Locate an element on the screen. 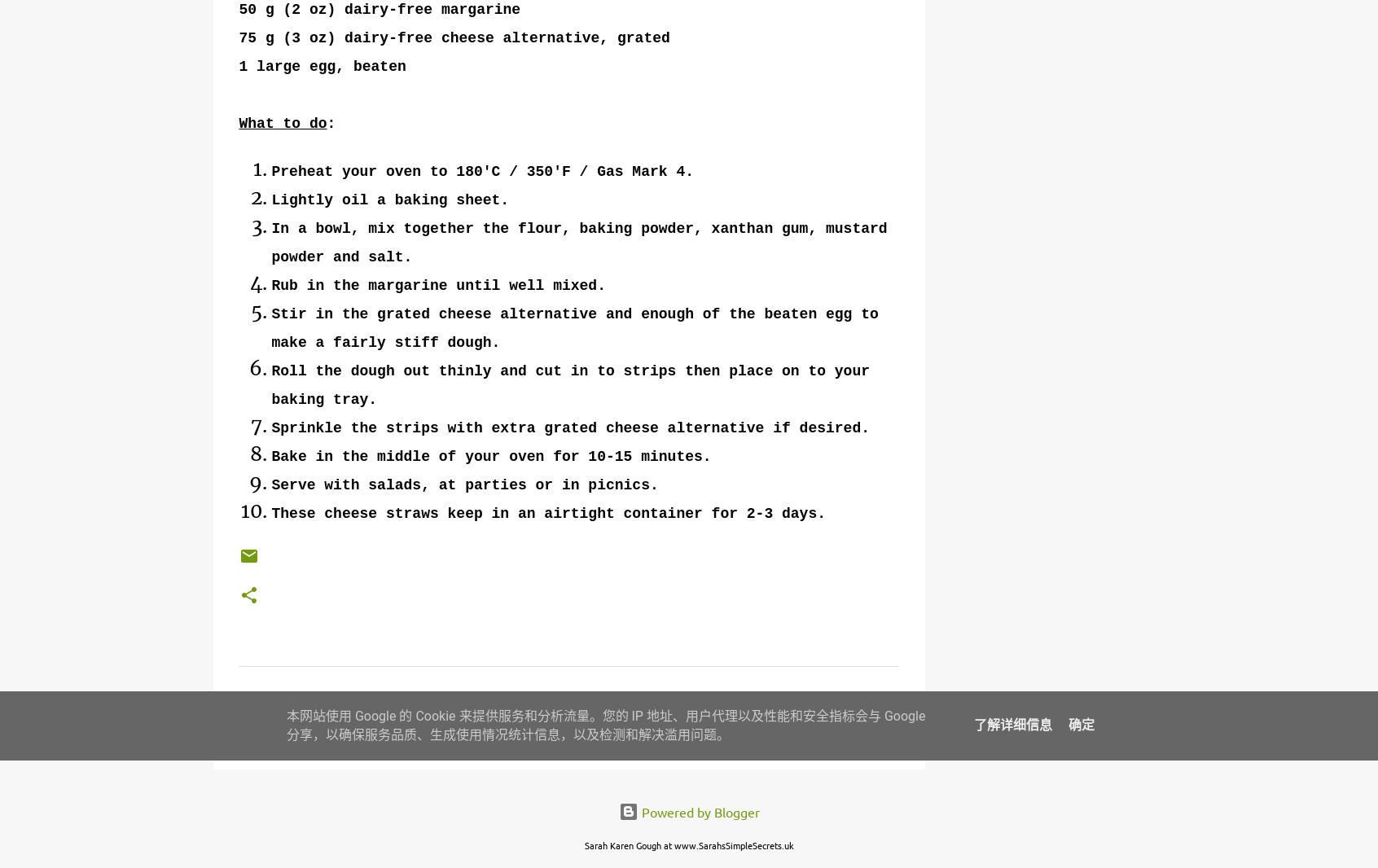  'Sarah Karen Gough at www.SarahsSimpleSecrets.uk' is located at coordinates (688, 844).